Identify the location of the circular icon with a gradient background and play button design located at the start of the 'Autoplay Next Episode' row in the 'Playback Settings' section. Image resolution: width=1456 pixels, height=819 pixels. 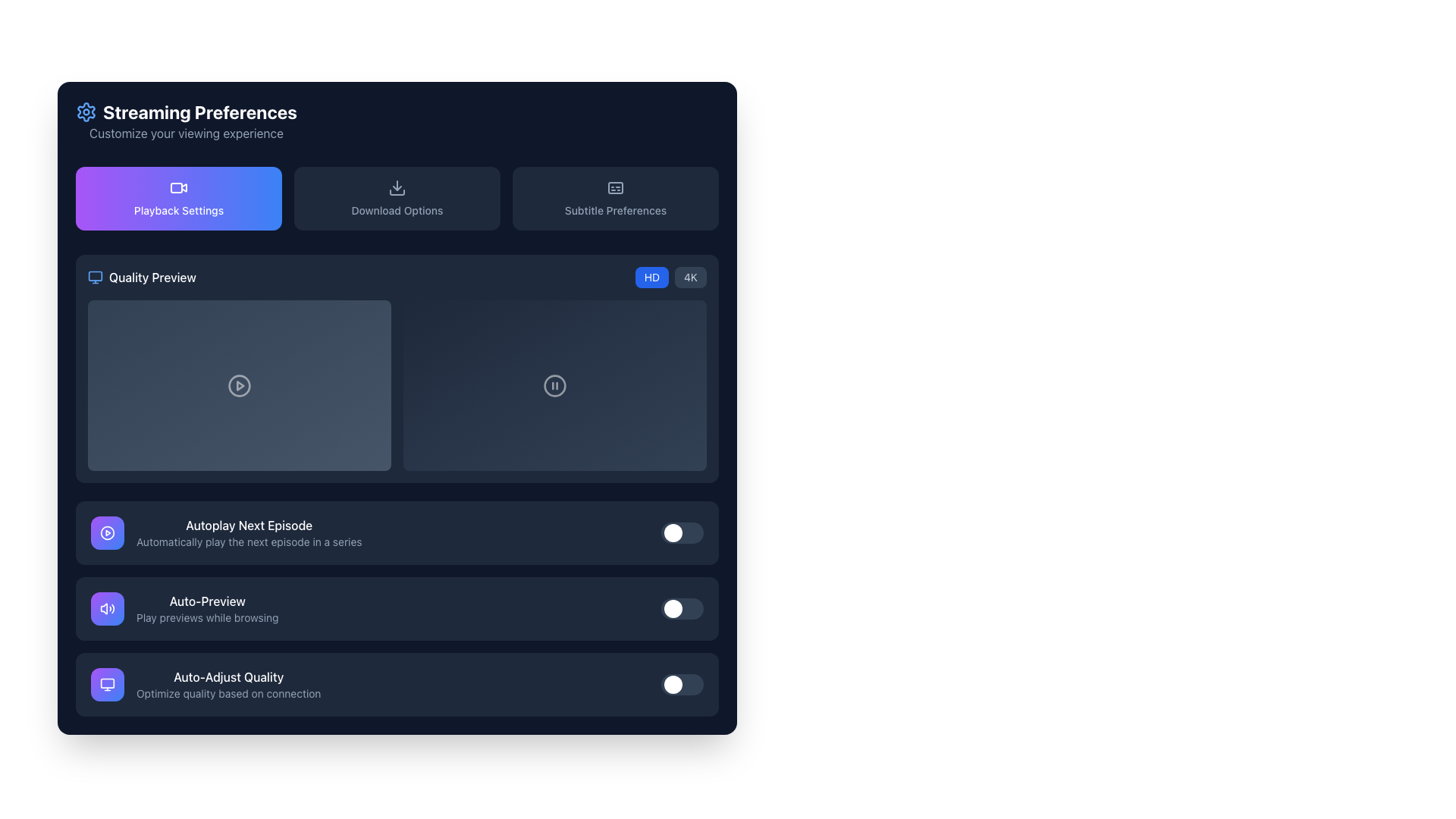
(107, 532).